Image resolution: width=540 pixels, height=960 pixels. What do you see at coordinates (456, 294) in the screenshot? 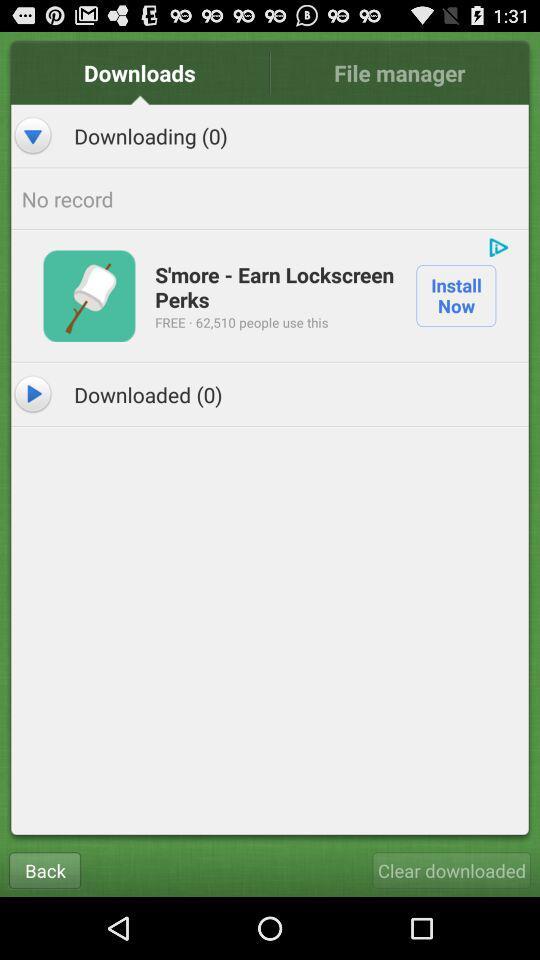
I see `install now` at bounding box center [456, 294].